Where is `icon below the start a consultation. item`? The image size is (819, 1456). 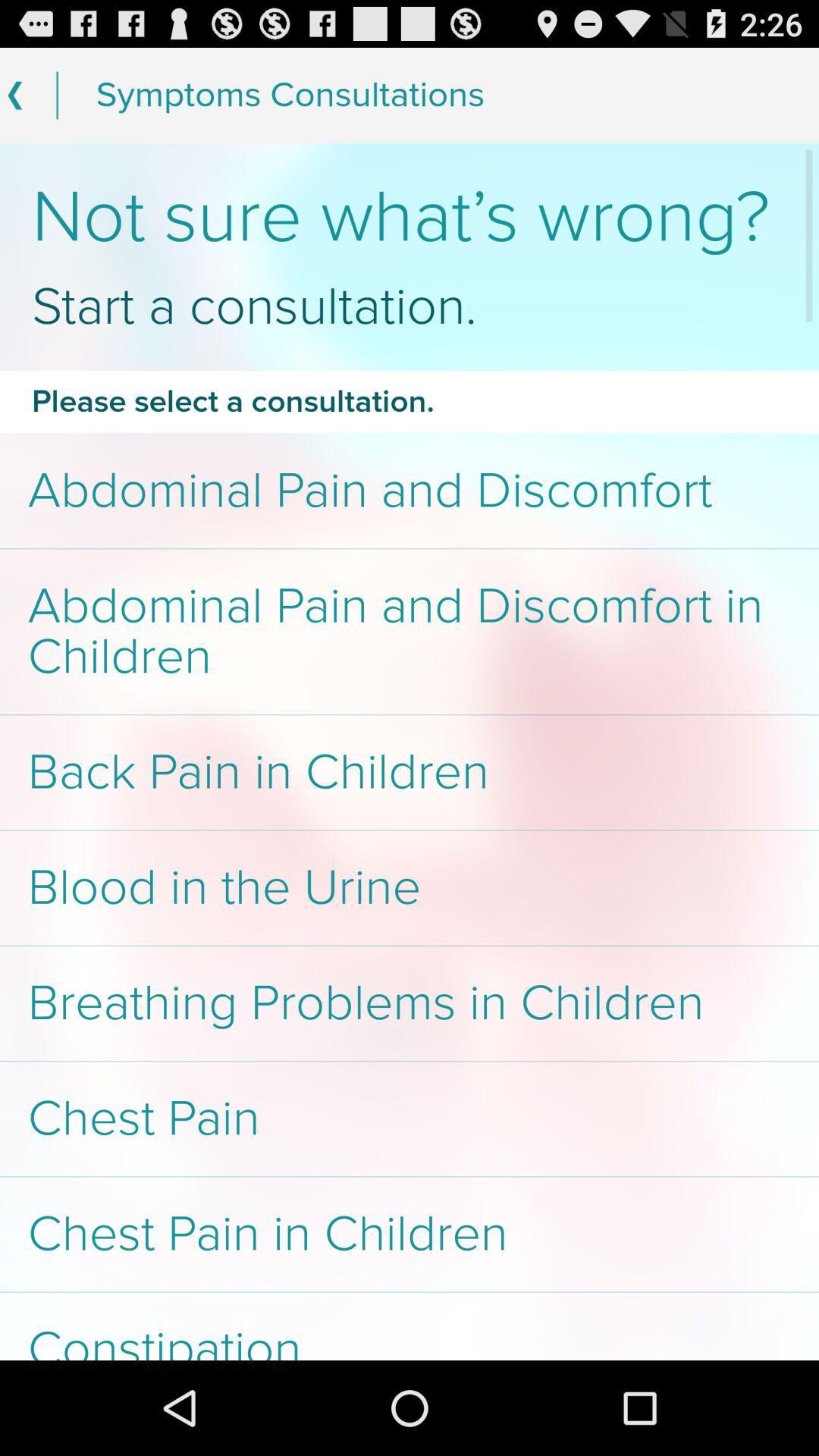
icon below the start a consultation. item is located at coordinates (409, 401).